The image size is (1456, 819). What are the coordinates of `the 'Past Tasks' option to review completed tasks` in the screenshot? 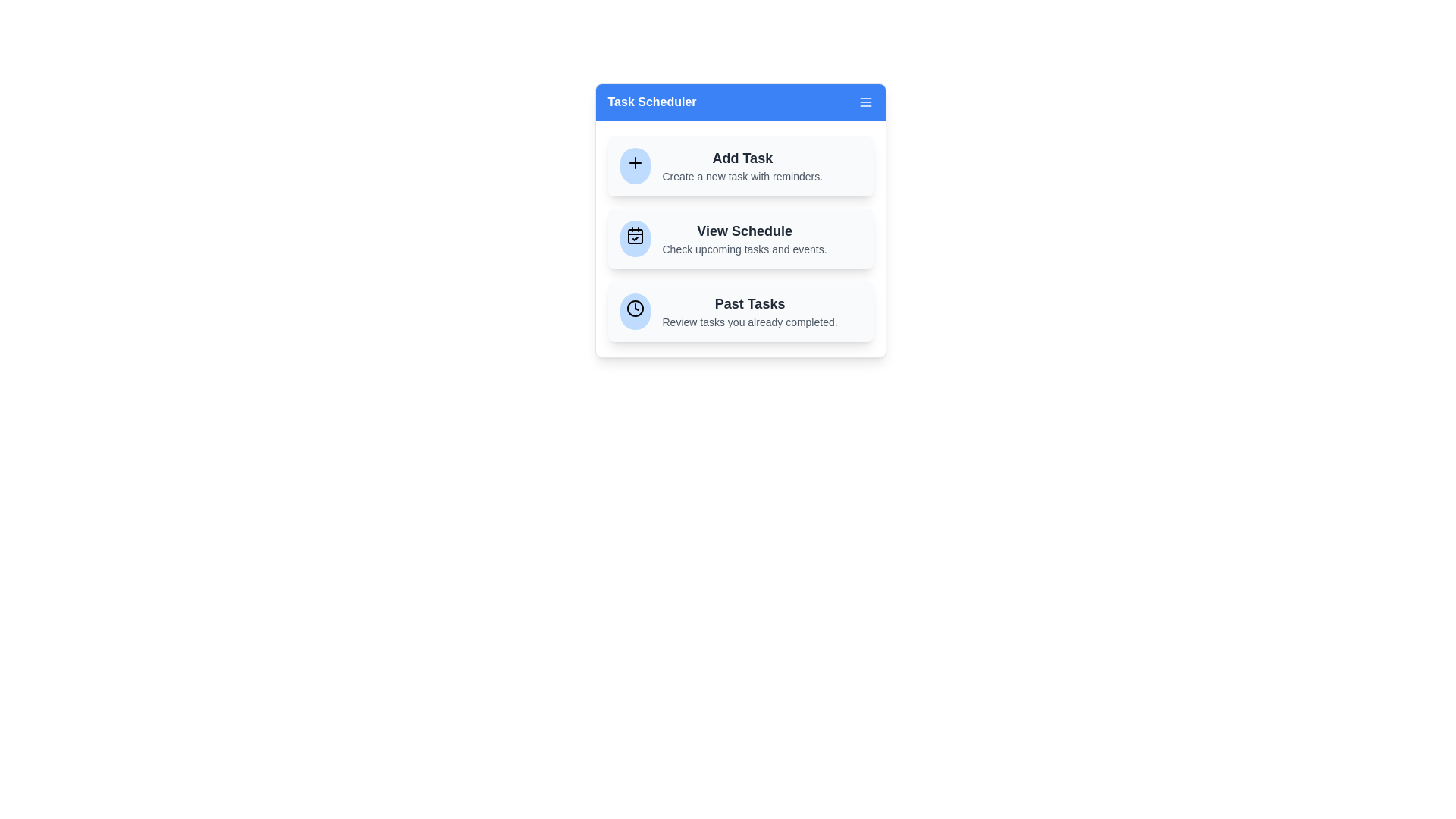 It's located at (740, 311).